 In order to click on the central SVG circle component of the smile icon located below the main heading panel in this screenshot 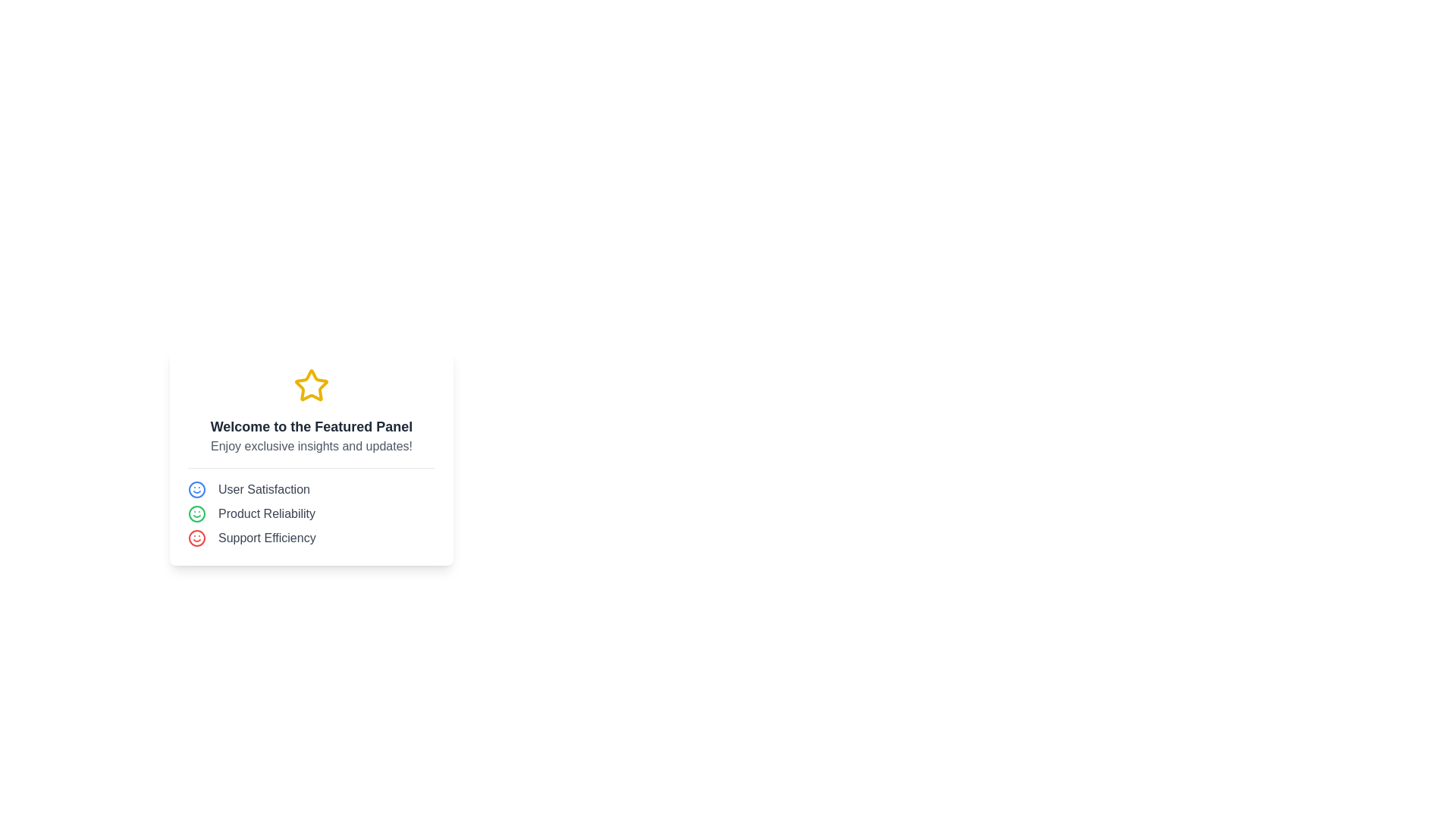, I will do `click(196, 513)`.